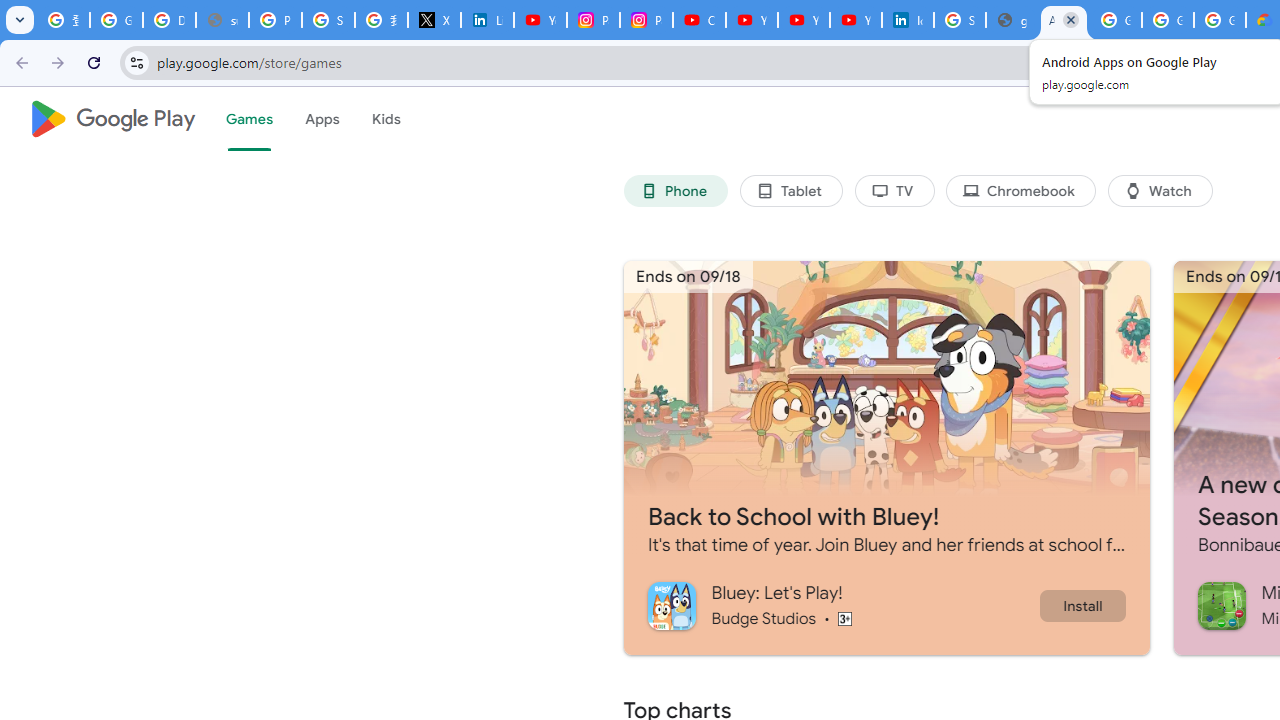 The width and height of the screenshot is (1280, 720). Describe the element at coordinates (844, 617) in the screenshot. I see `'Content rating Rated for 3+'` at that location.